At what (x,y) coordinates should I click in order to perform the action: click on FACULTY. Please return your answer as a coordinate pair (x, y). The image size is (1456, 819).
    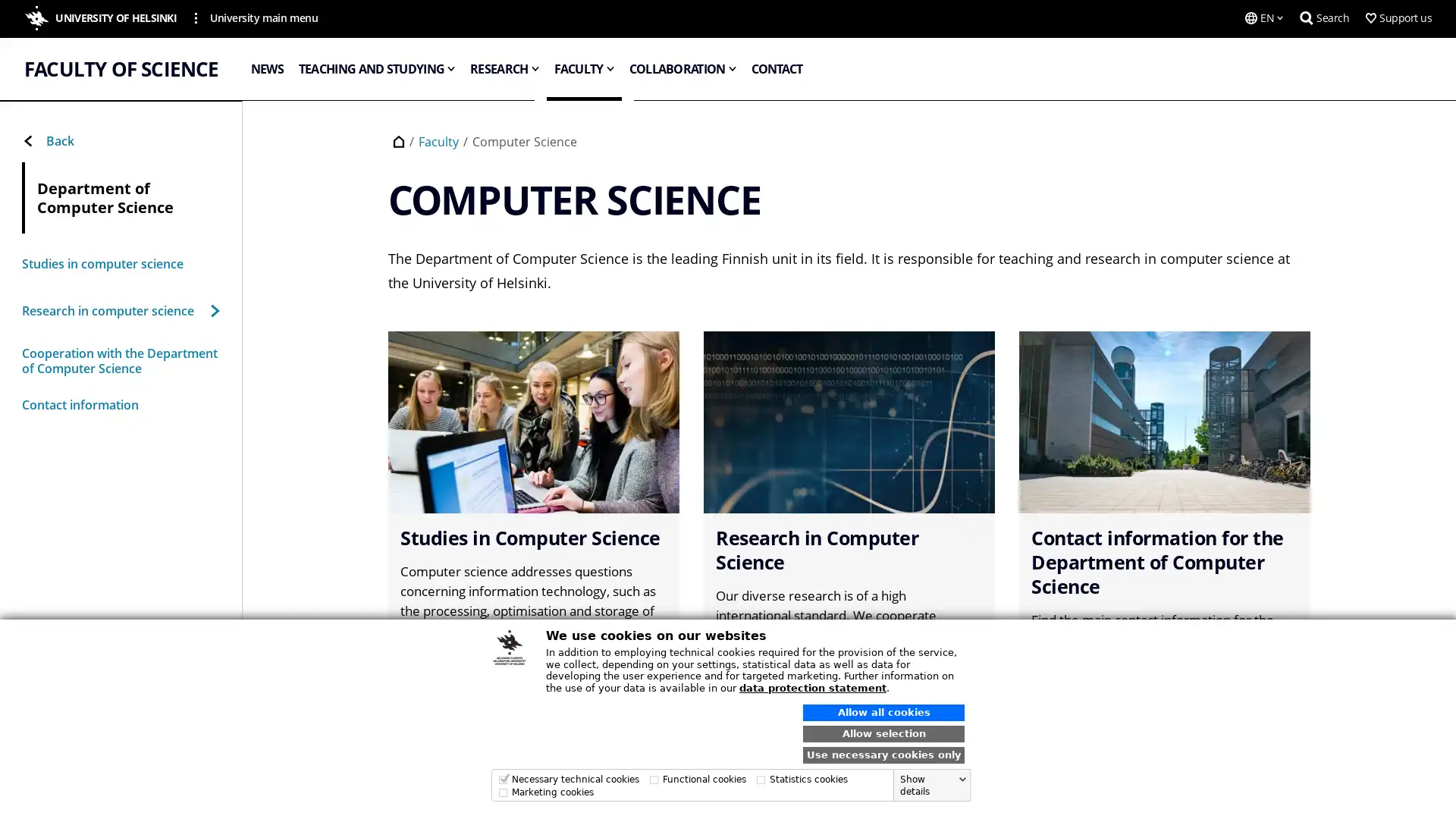
    Looking at the image, I should click on (582, 69).